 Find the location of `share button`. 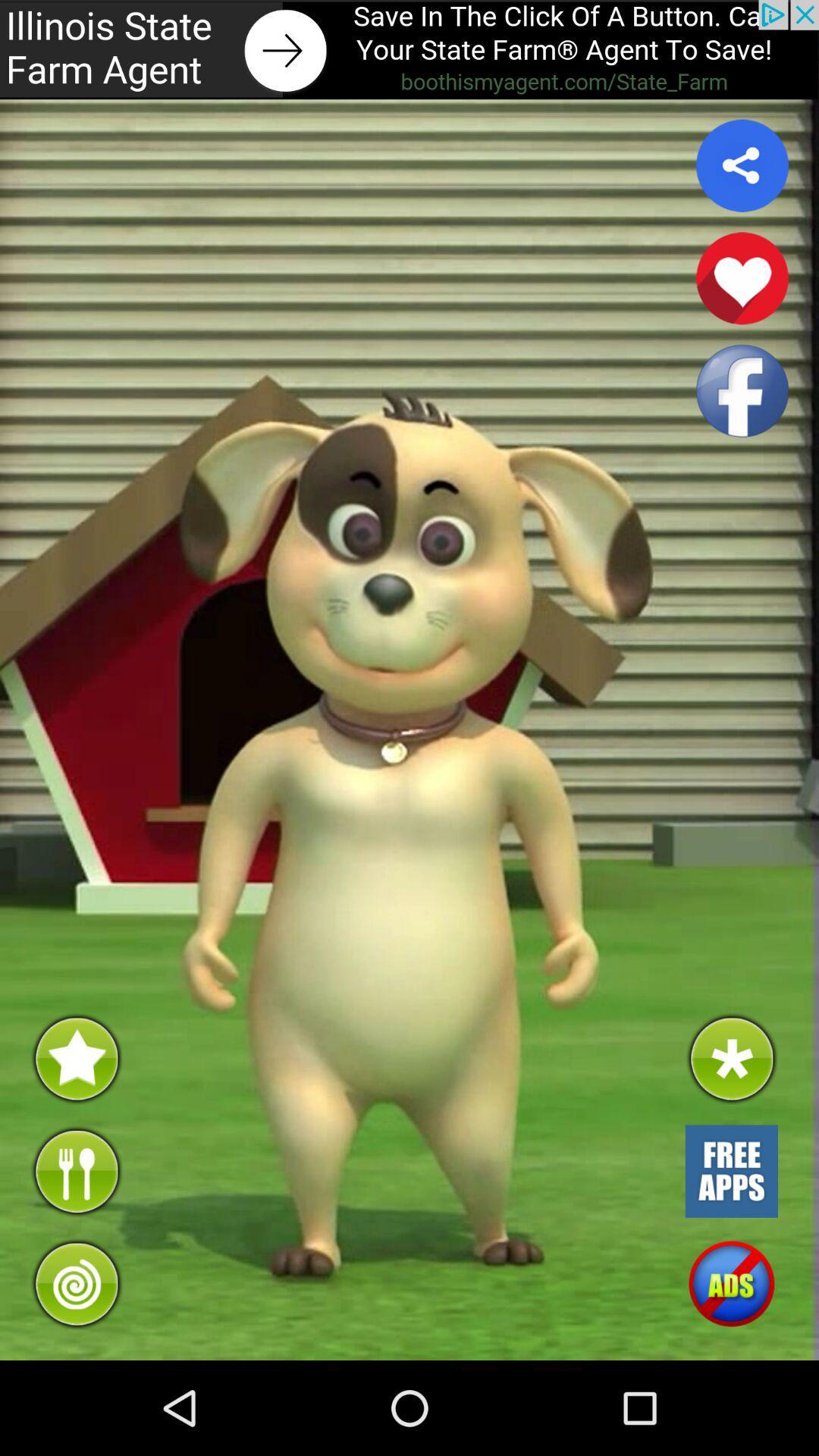

share button is located at coordinates (742, 165).